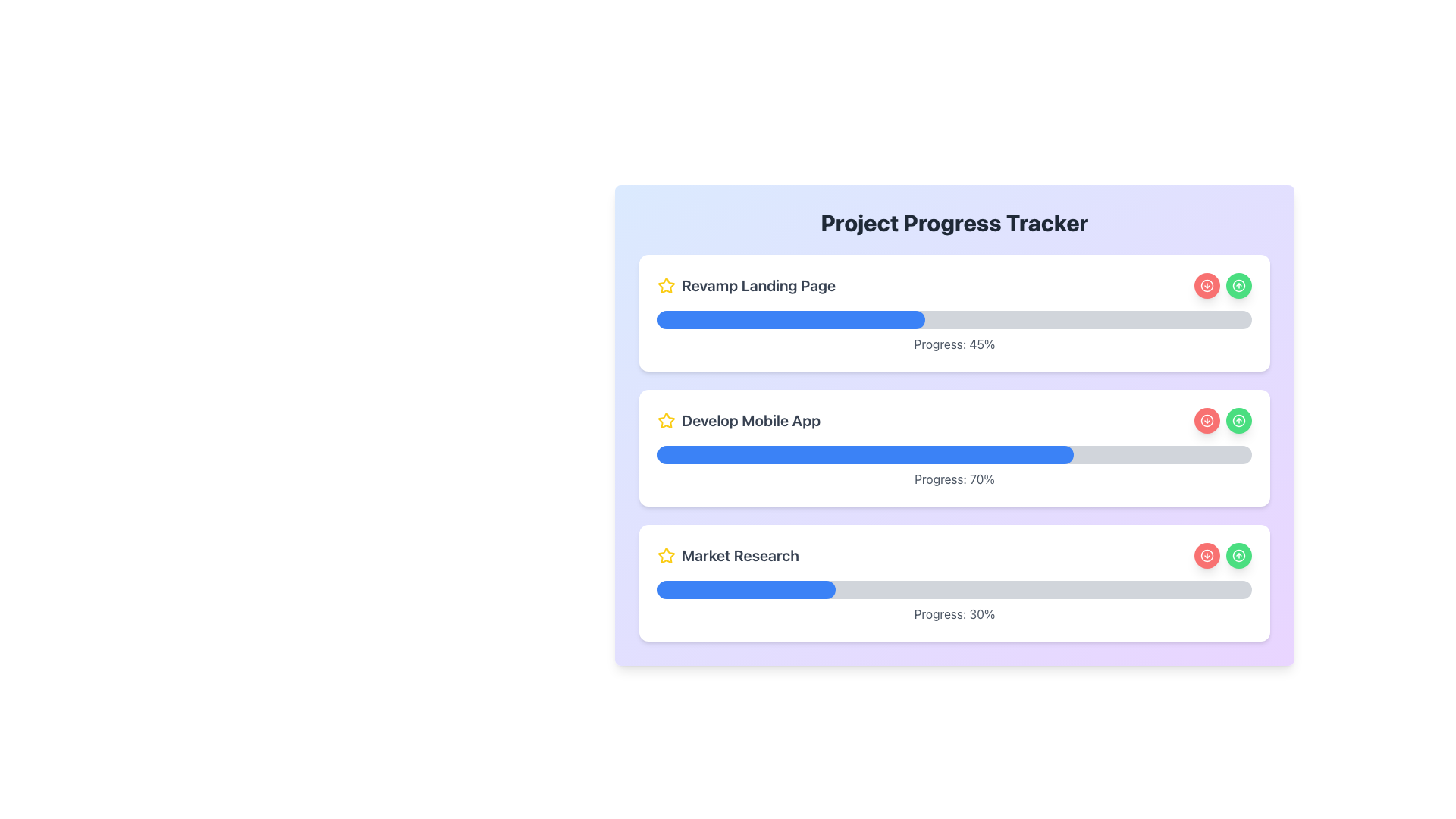  I want to click on the rating icon related to 'Market Research', so click(666, 555).